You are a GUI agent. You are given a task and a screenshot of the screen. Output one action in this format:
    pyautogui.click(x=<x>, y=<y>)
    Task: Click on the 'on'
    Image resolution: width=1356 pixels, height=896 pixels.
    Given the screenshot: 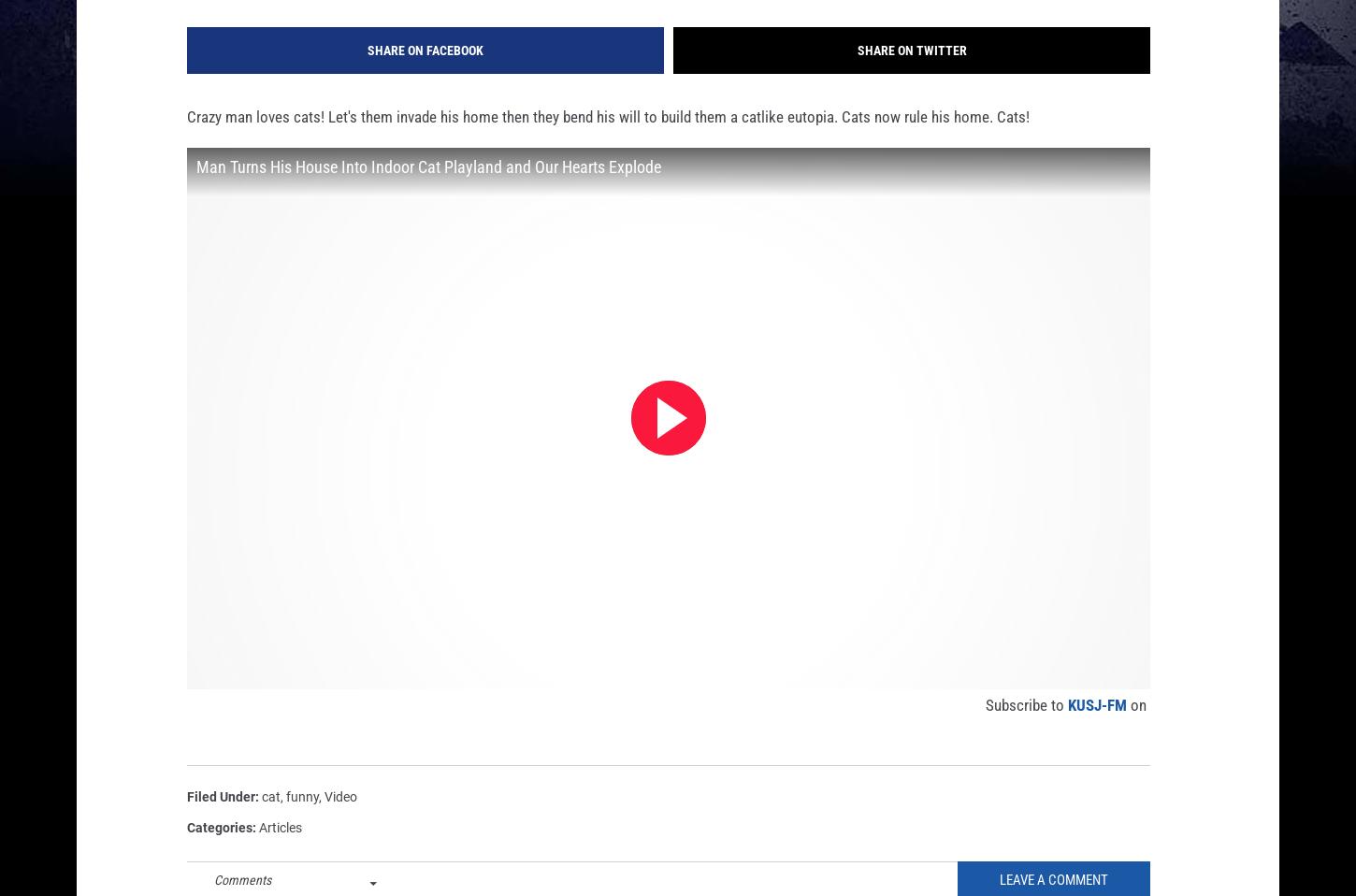 What is the action you would take?
    pyautogui.click(x=1138, y=735)
    